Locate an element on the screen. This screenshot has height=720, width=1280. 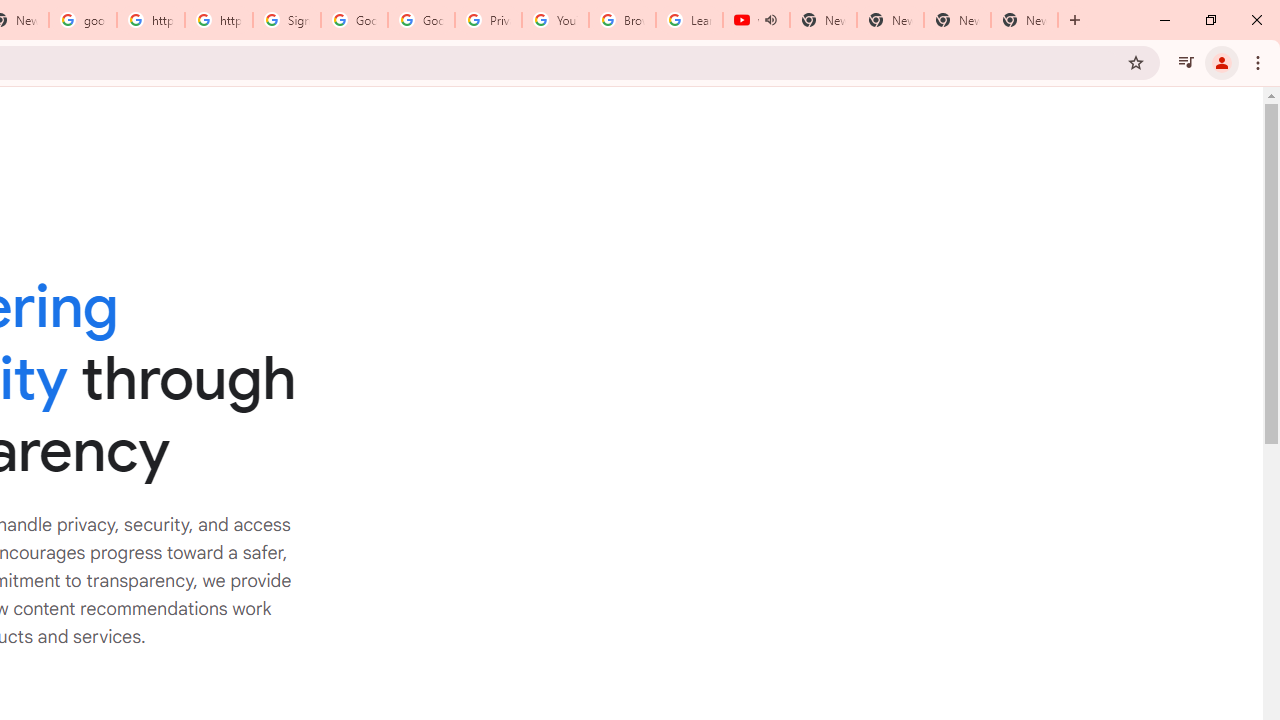
'New Tab' is located at coordinates (1024, 20).